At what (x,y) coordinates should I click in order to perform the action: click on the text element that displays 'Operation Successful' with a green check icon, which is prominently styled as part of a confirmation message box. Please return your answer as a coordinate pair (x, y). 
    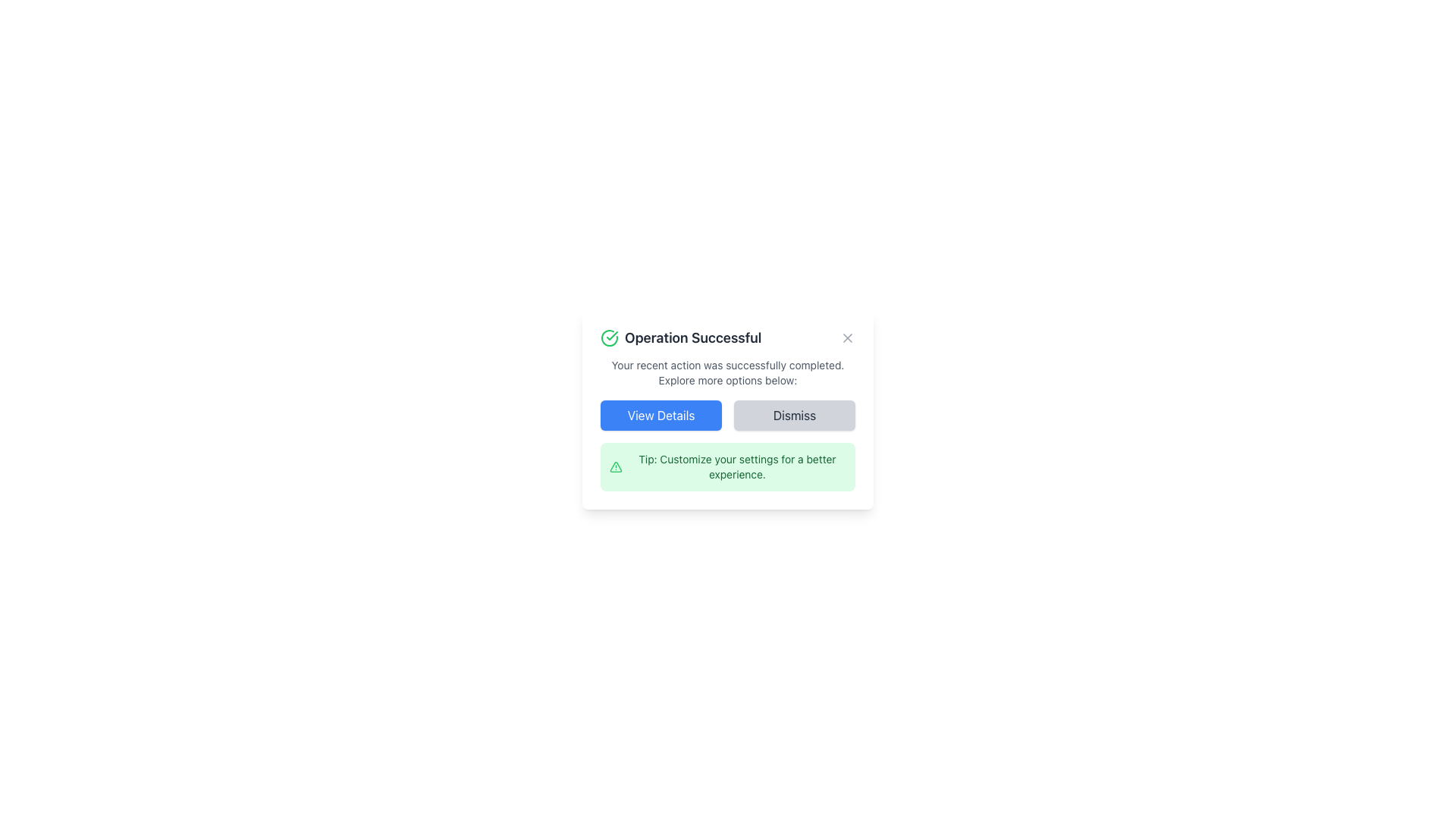
    Looking at the image, I should click on (680, 337).